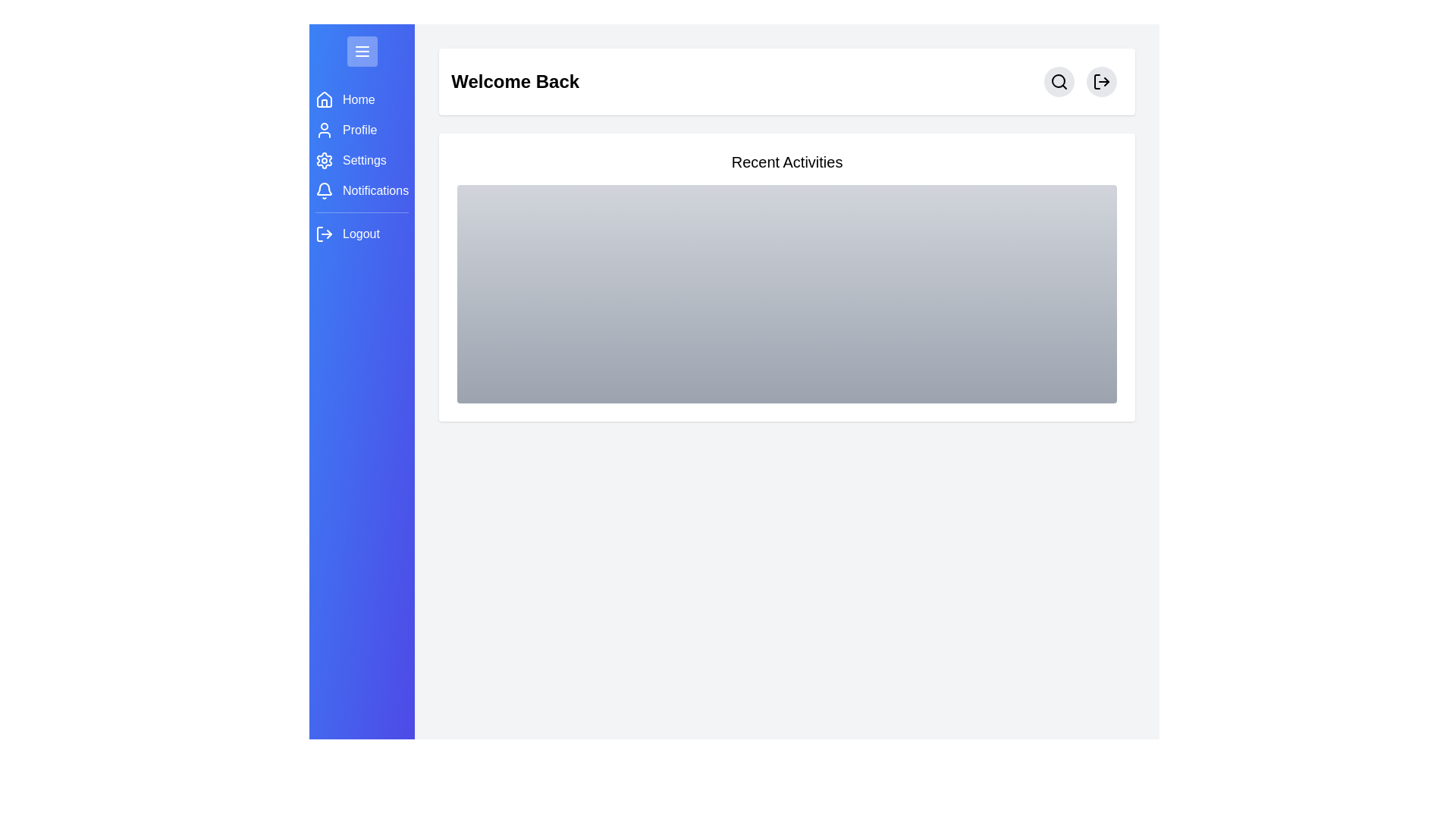  What do you see at coordinates (319, 234) in the screenshot?
I see `the leftmost portion of the logout icon in the navigation sidebar, which contributes to the functionality of logging out from the system` at bounding box center [319, 234].